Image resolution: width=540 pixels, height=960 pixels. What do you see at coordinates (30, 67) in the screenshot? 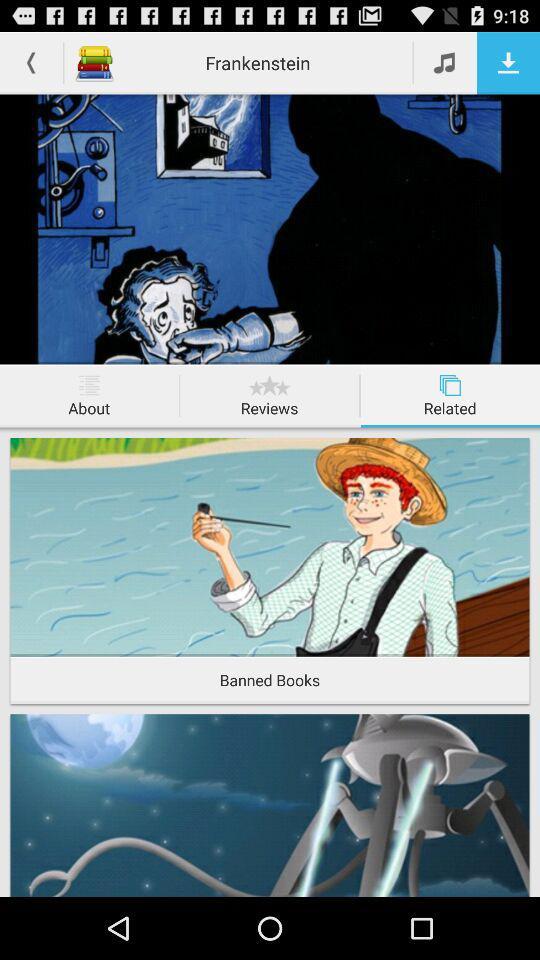
I see `the arrow_backward icon` at bounding box center [30, 67].